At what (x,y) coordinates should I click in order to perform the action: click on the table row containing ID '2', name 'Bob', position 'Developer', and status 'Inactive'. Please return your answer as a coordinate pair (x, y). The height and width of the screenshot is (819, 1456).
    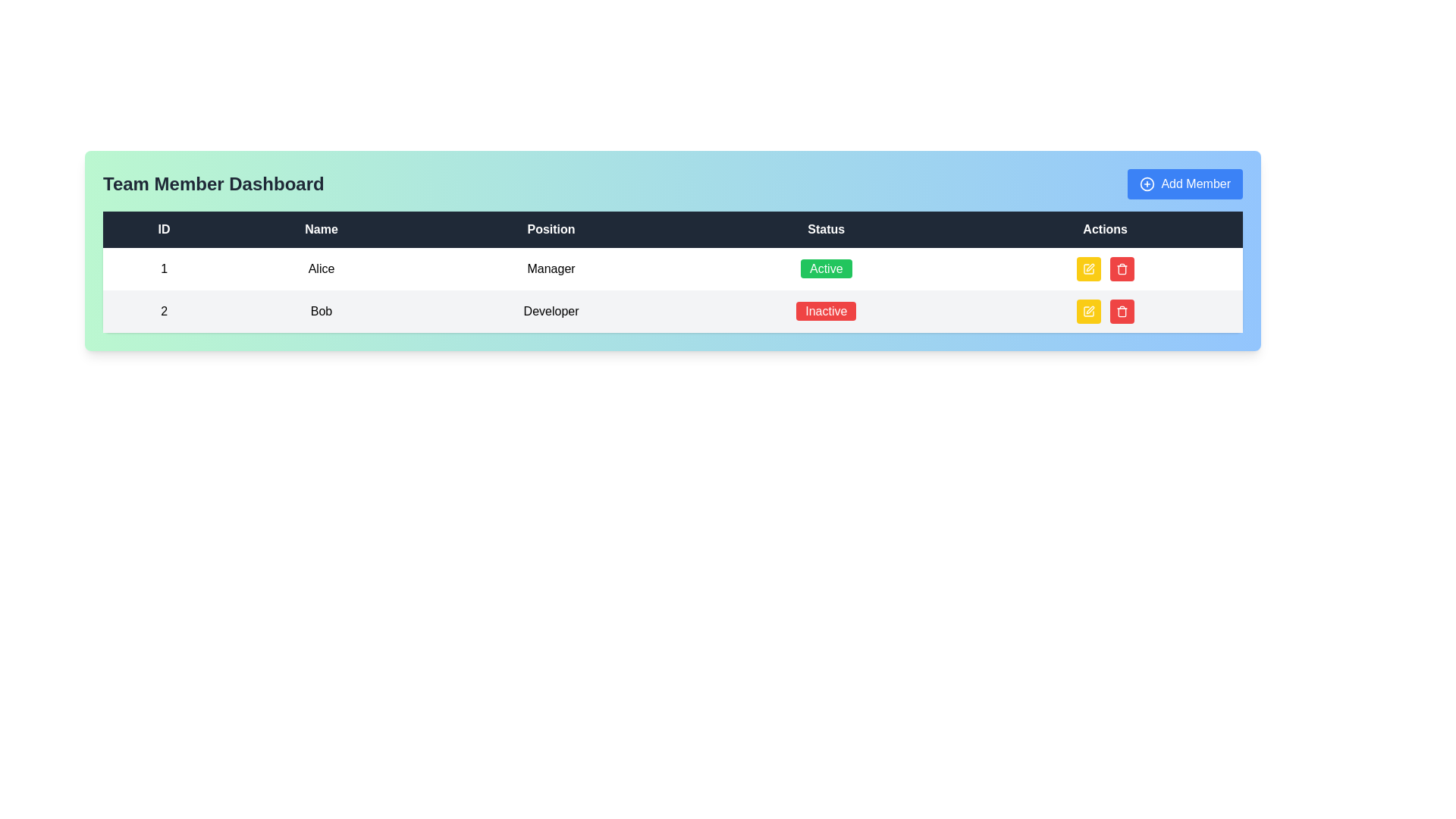
    Looking at the image, I should click on (672, 311).